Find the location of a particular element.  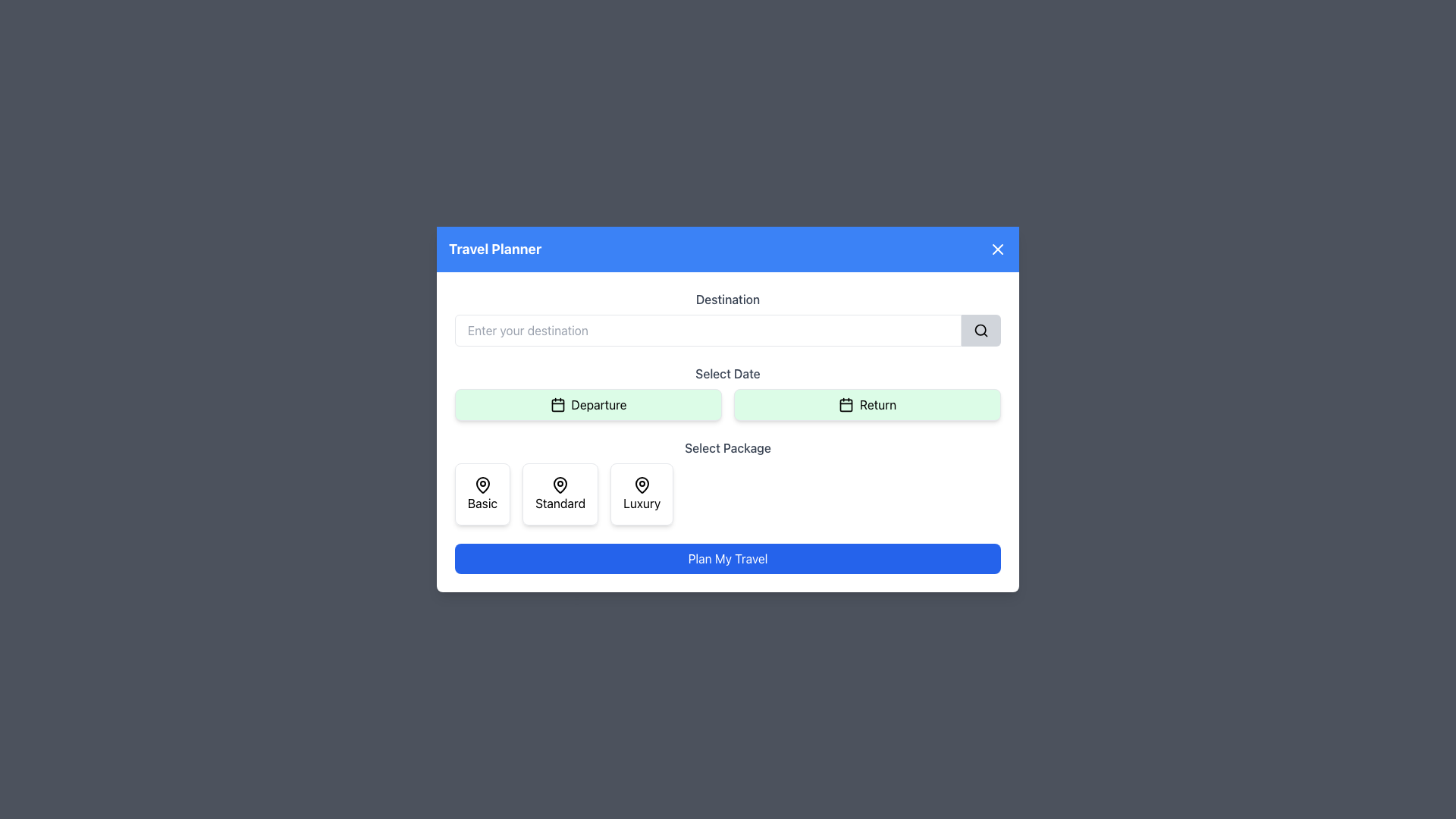

the 'Standard' package selection button located in the center of the three-button group under the 'Select Package' section is located at coordinates (560, 494).